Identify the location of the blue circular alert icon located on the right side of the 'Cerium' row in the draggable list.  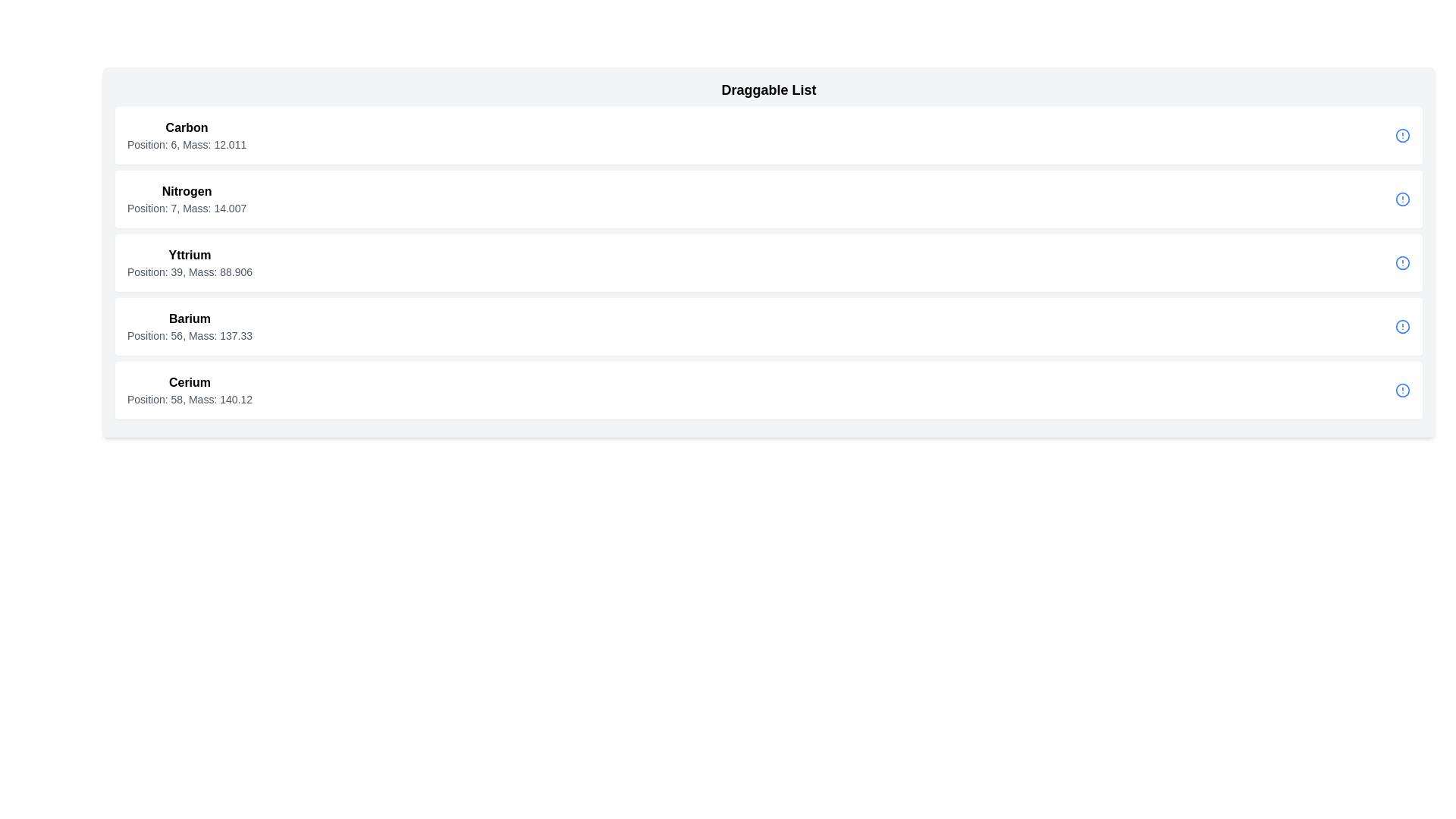
(1401, 390).